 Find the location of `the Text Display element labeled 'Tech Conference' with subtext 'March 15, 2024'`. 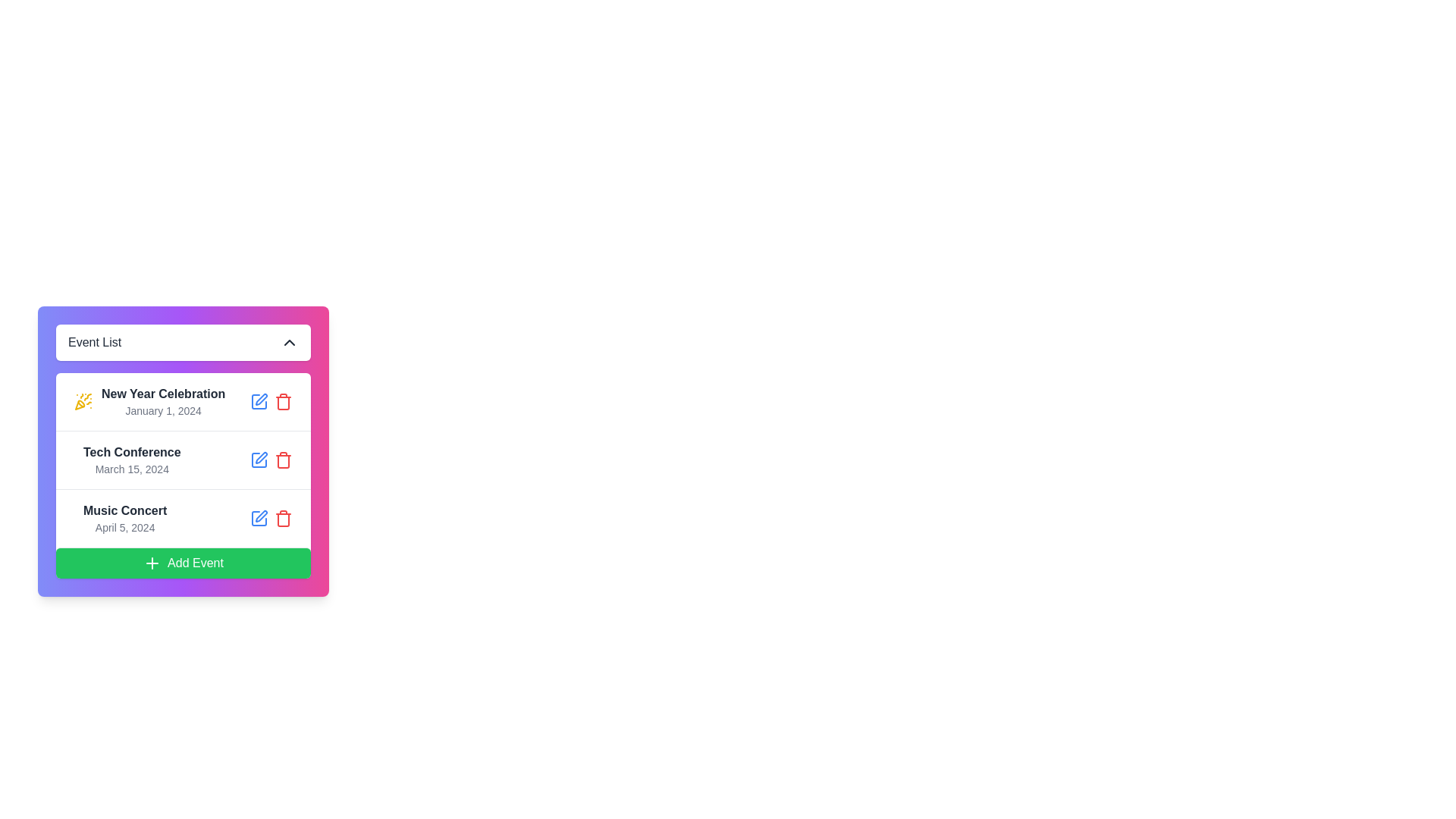

the Text Display element labeled 'Tech Conference' with subtext 'March 15, 2024' is located at coordinates (127, 459).